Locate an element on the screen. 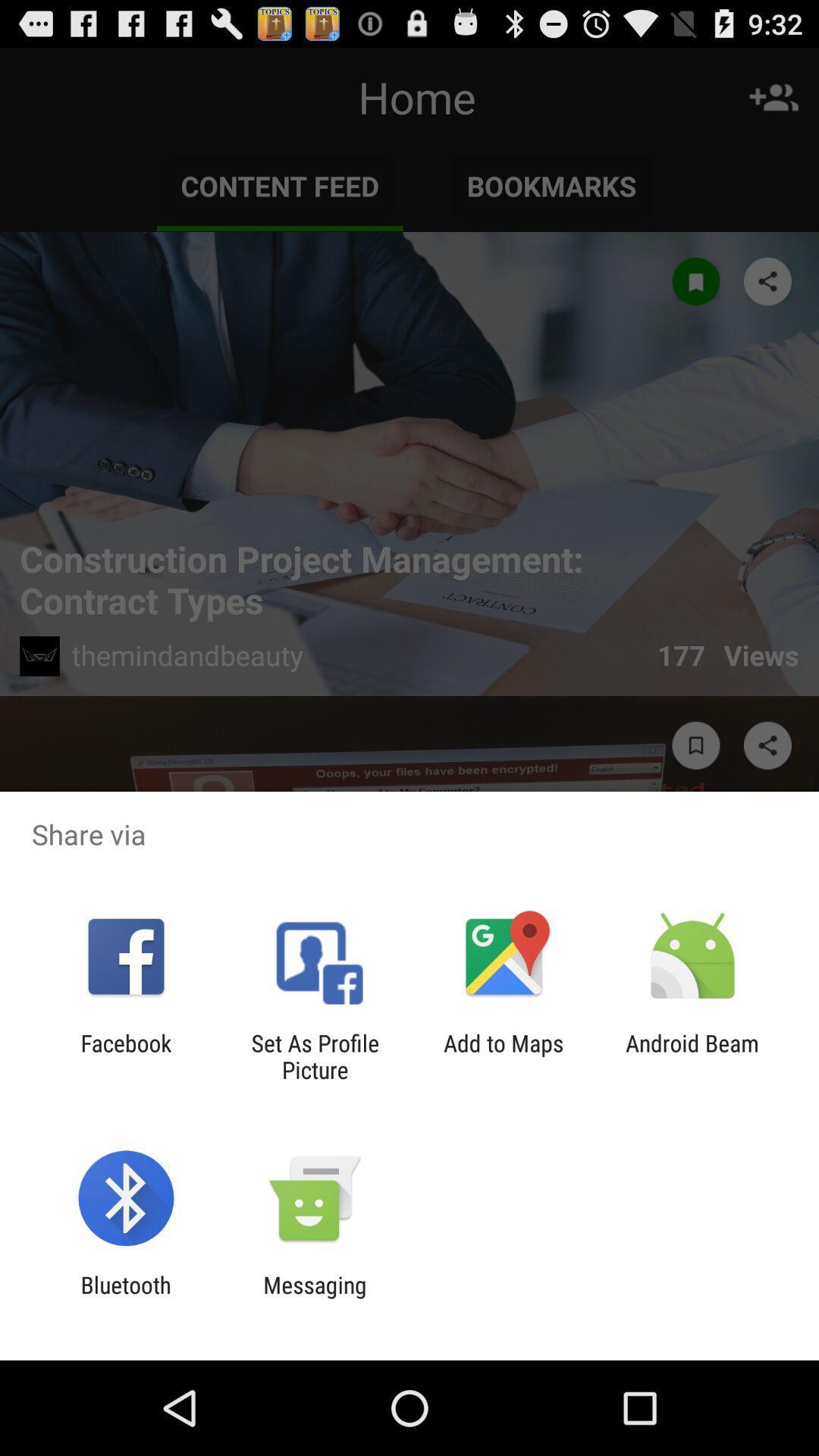 The height and width of the screenshot is (1456, 819). the app to the left of add to maps item is located at coordinates (314, 1056).